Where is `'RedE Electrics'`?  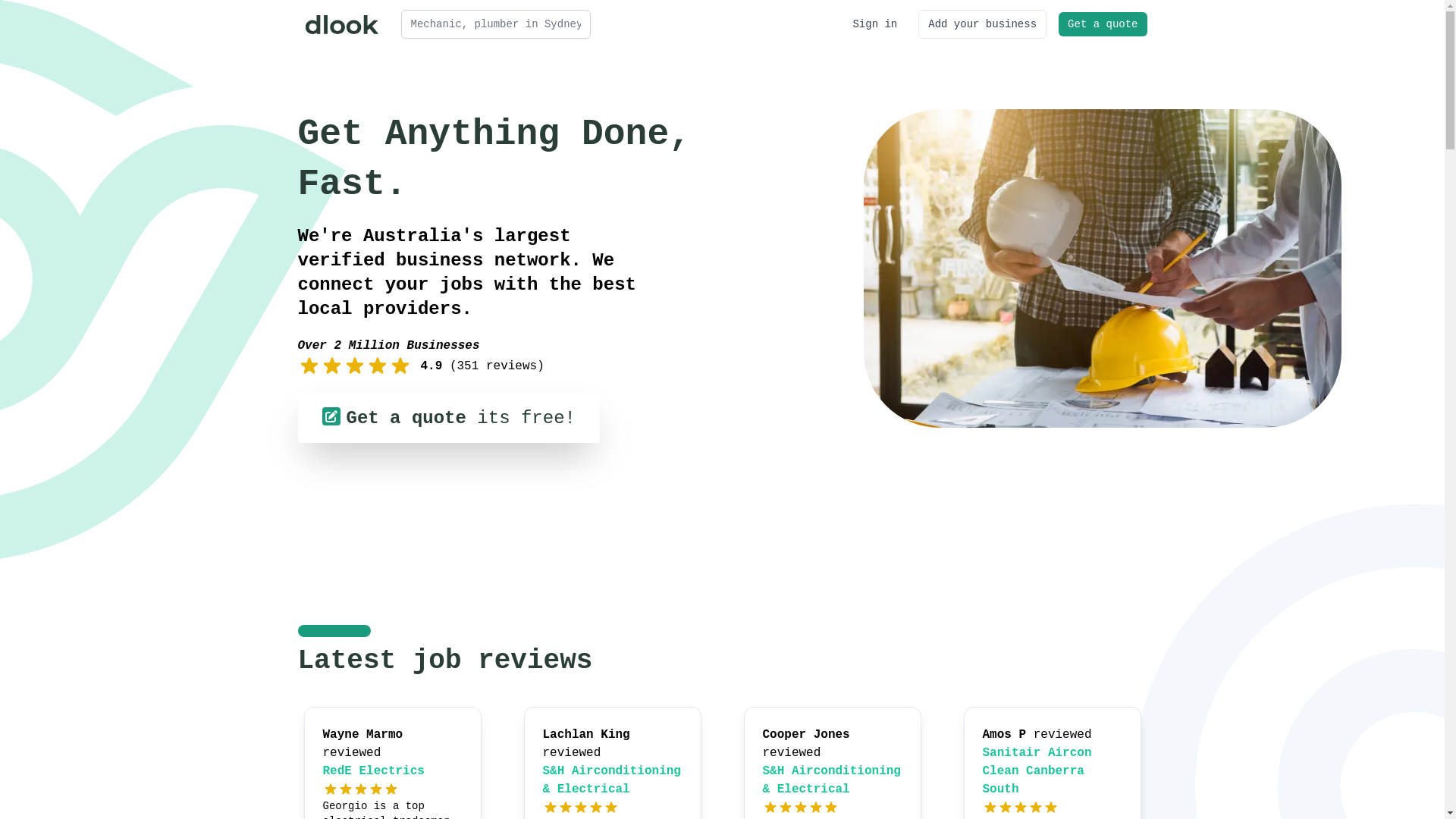 'RedE Electrics' is located at coordinates (374, 771).